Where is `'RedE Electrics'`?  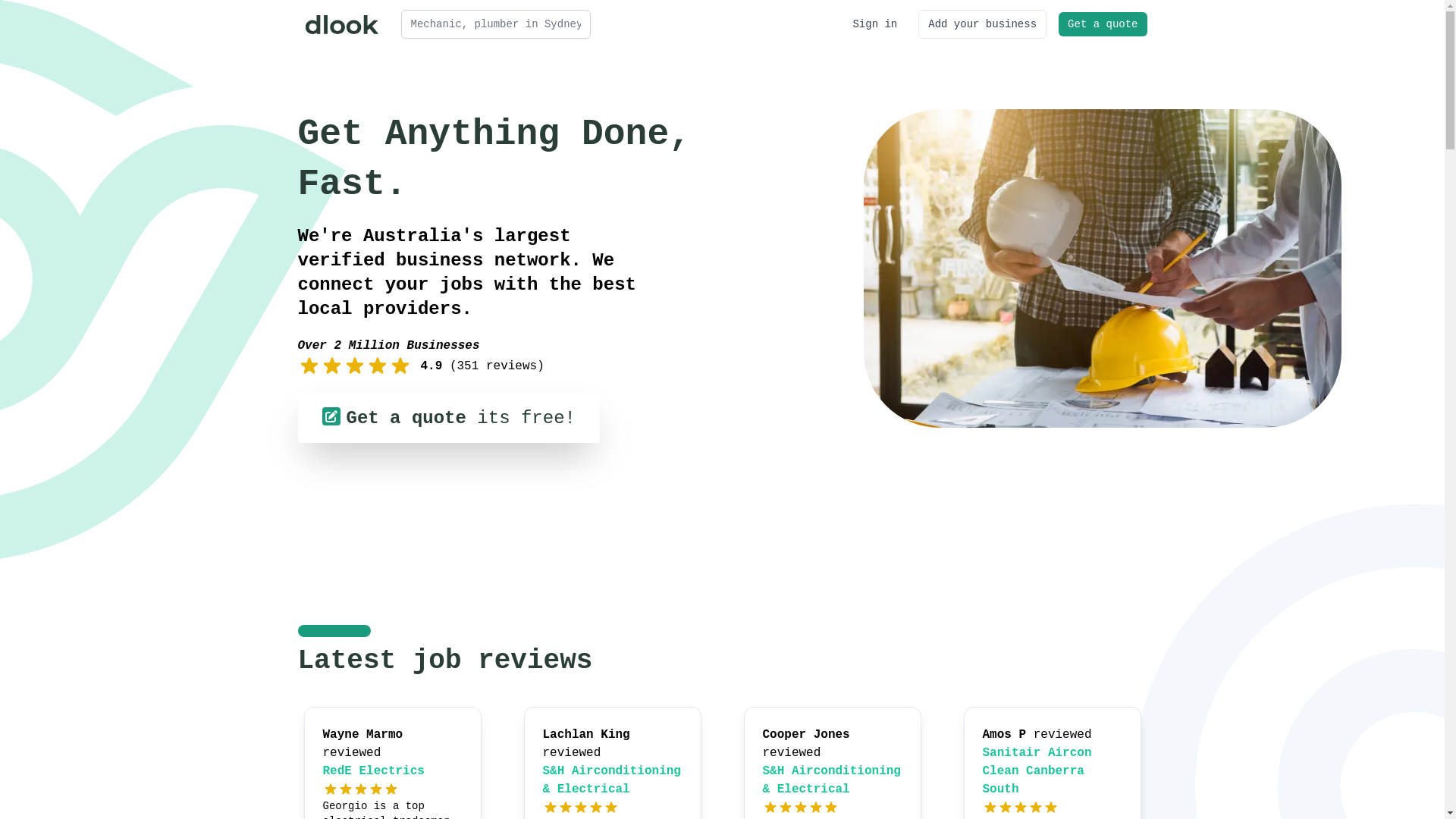 'RedE Electrics' is located at coordinates (374, 771).